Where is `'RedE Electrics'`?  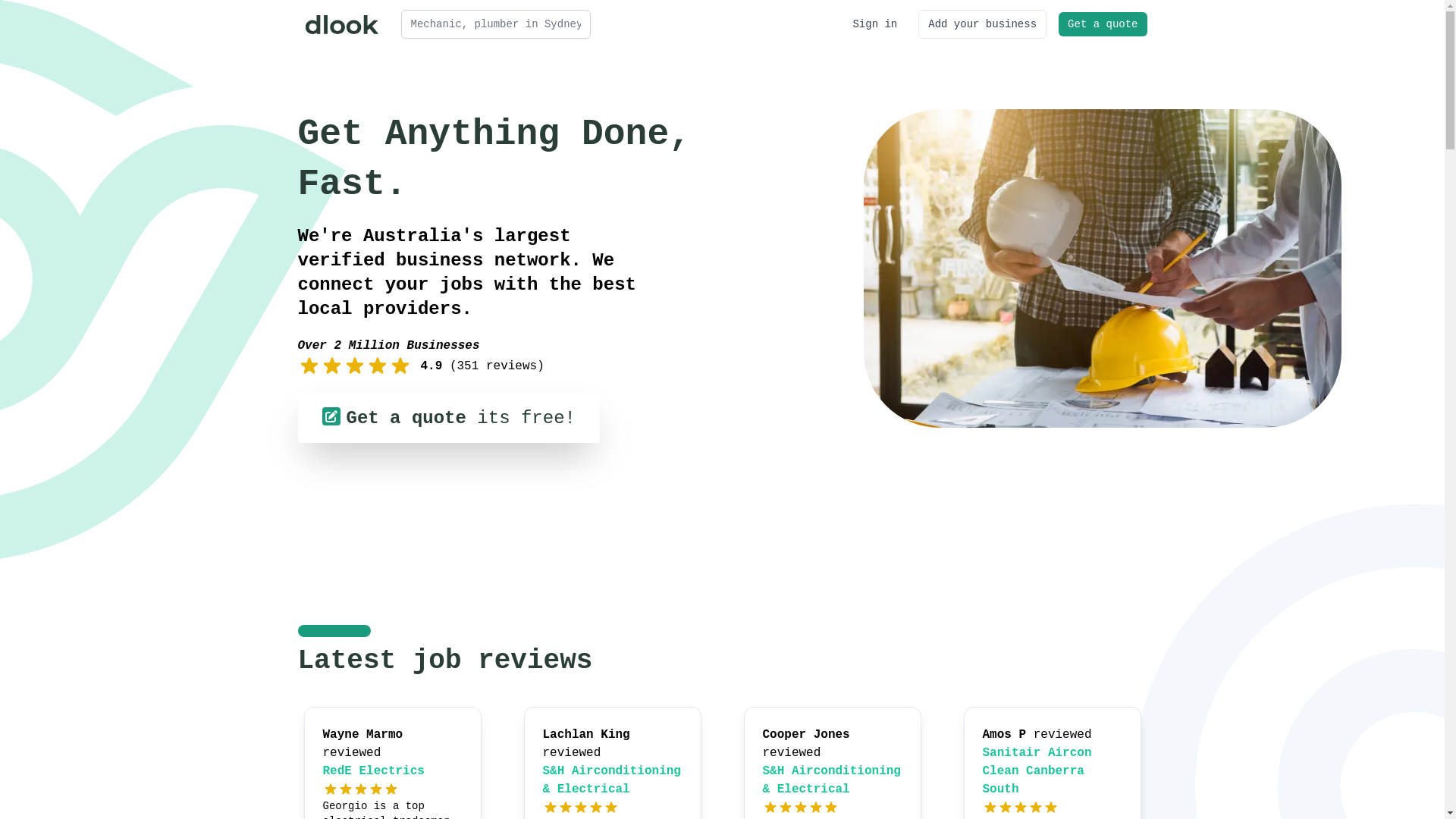 'RedE Electrics' is located at coordinates (374, 771).